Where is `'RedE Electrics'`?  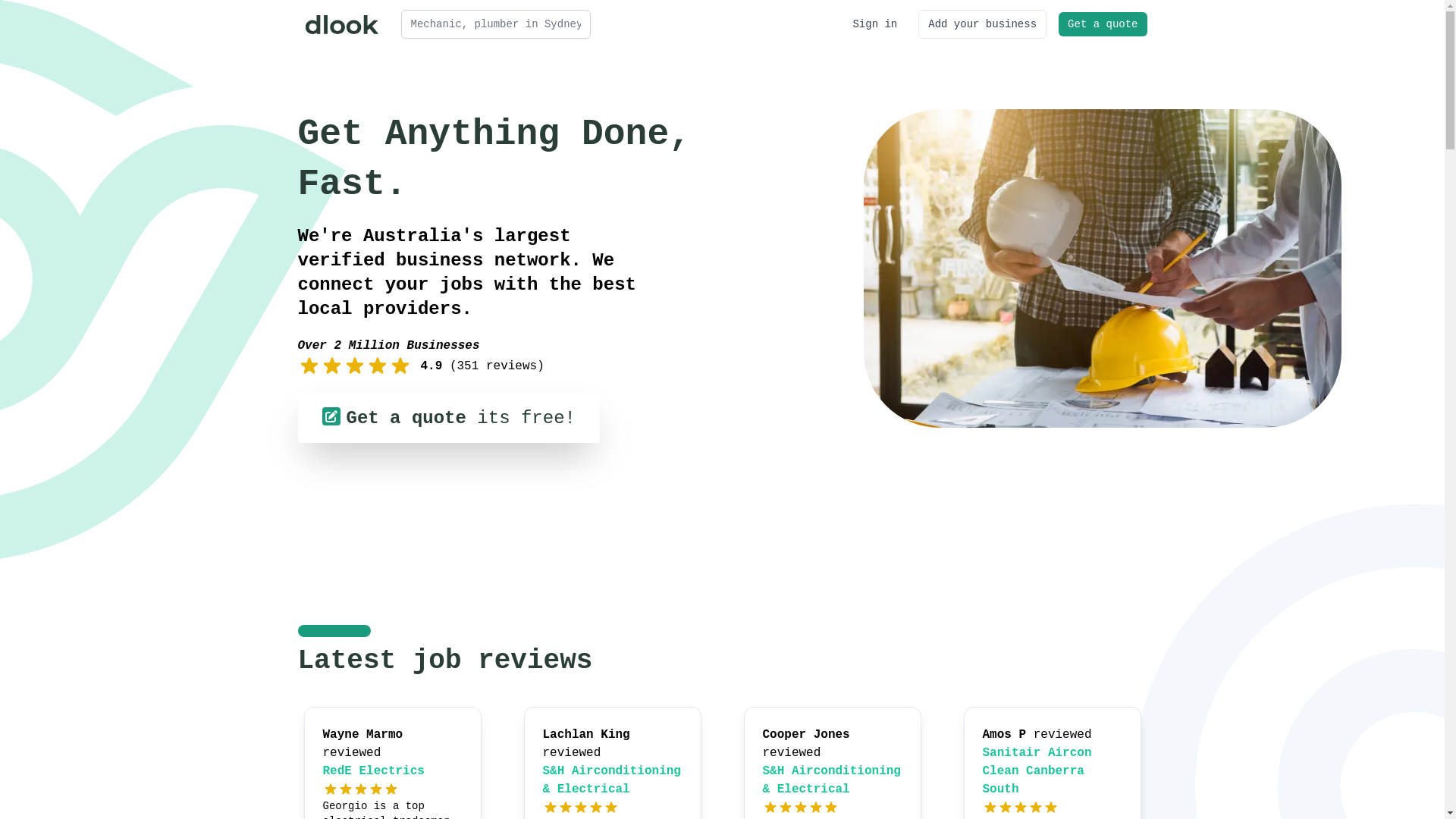 'RedE Electrics' is located at coordinates (374, 771).